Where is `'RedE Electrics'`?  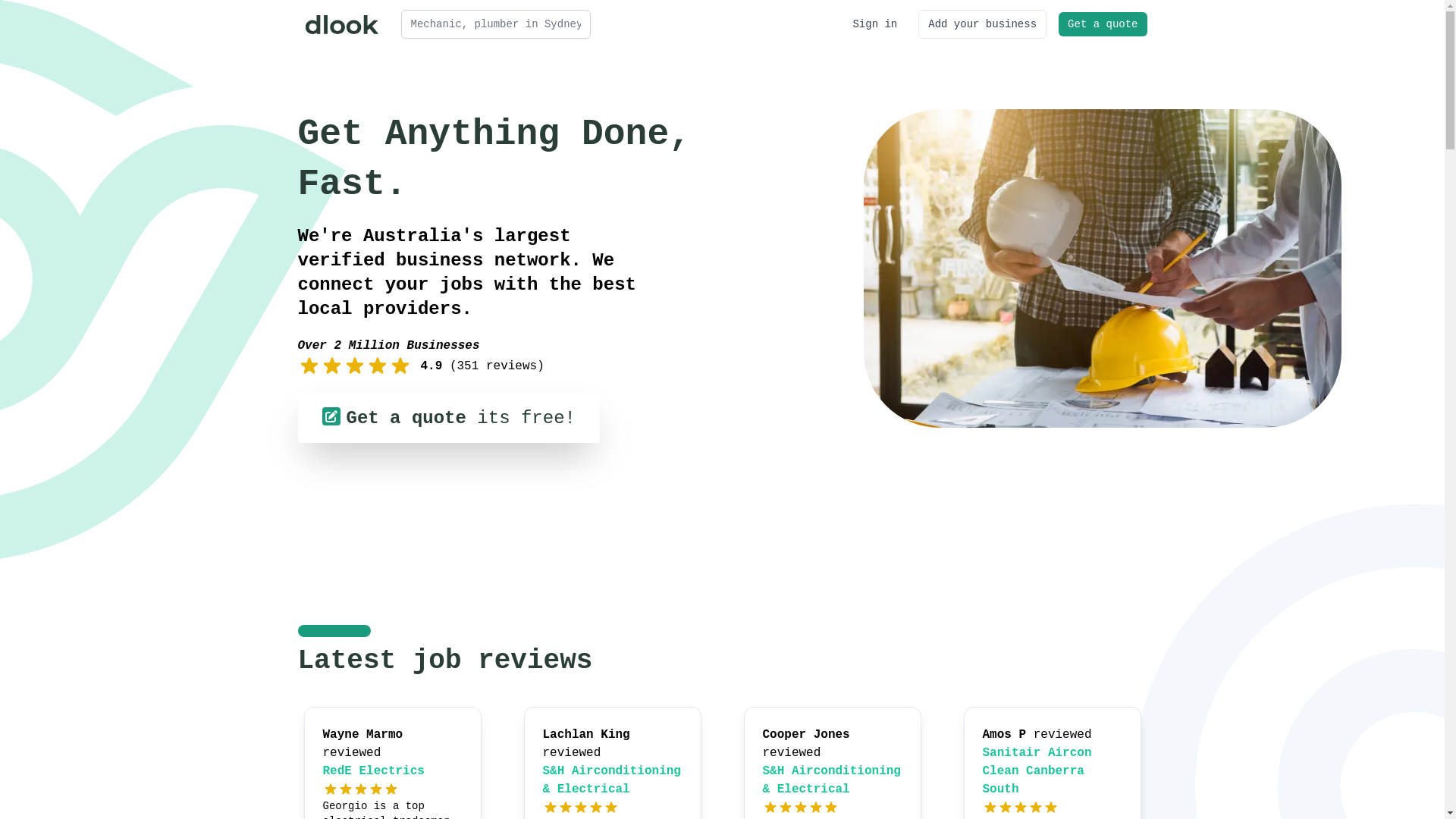 'RedE Electrics' is located at coordinates (374, 771).